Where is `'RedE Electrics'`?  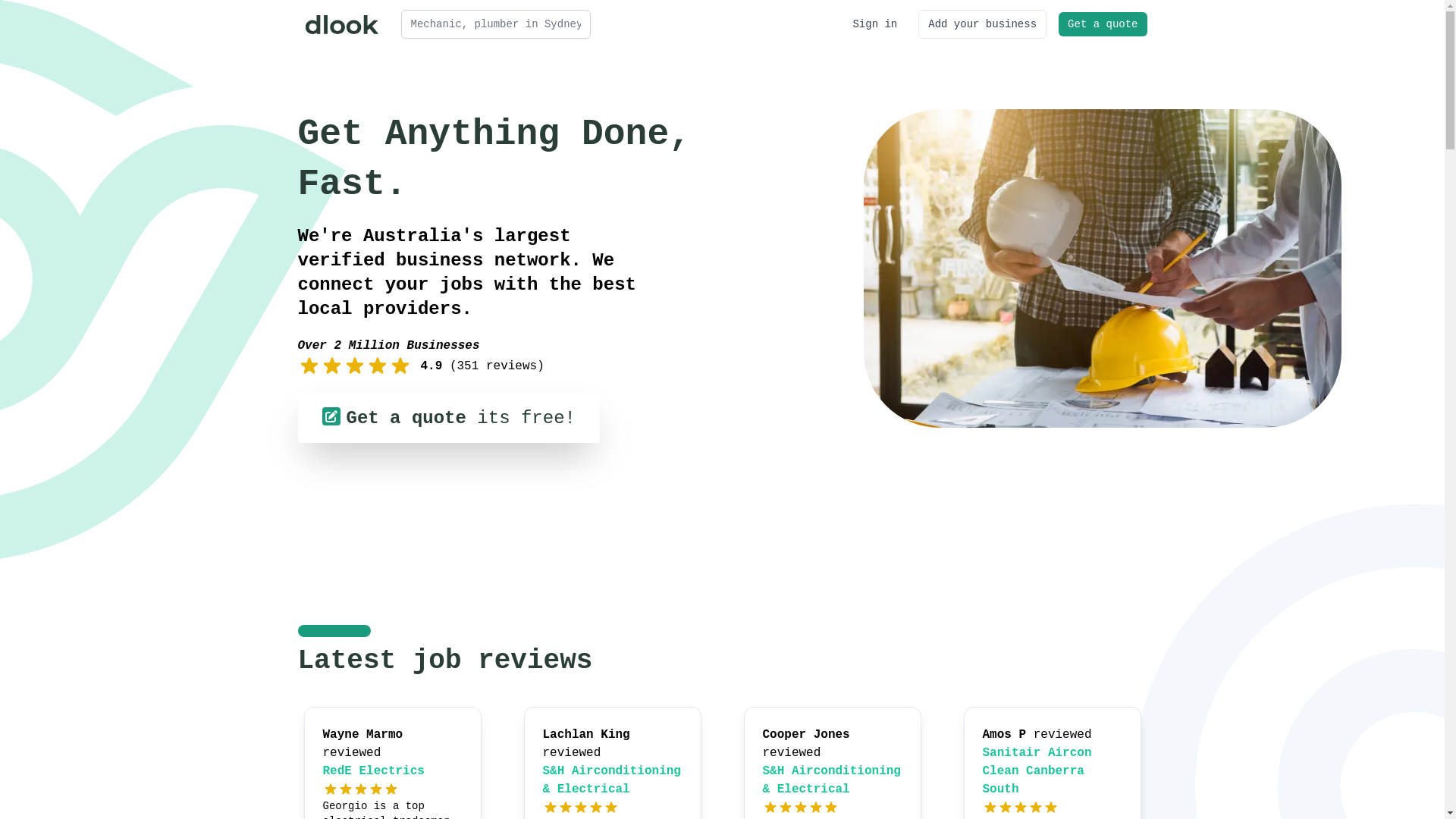 'RedE Electrics' is located at coordinates (374, 771).